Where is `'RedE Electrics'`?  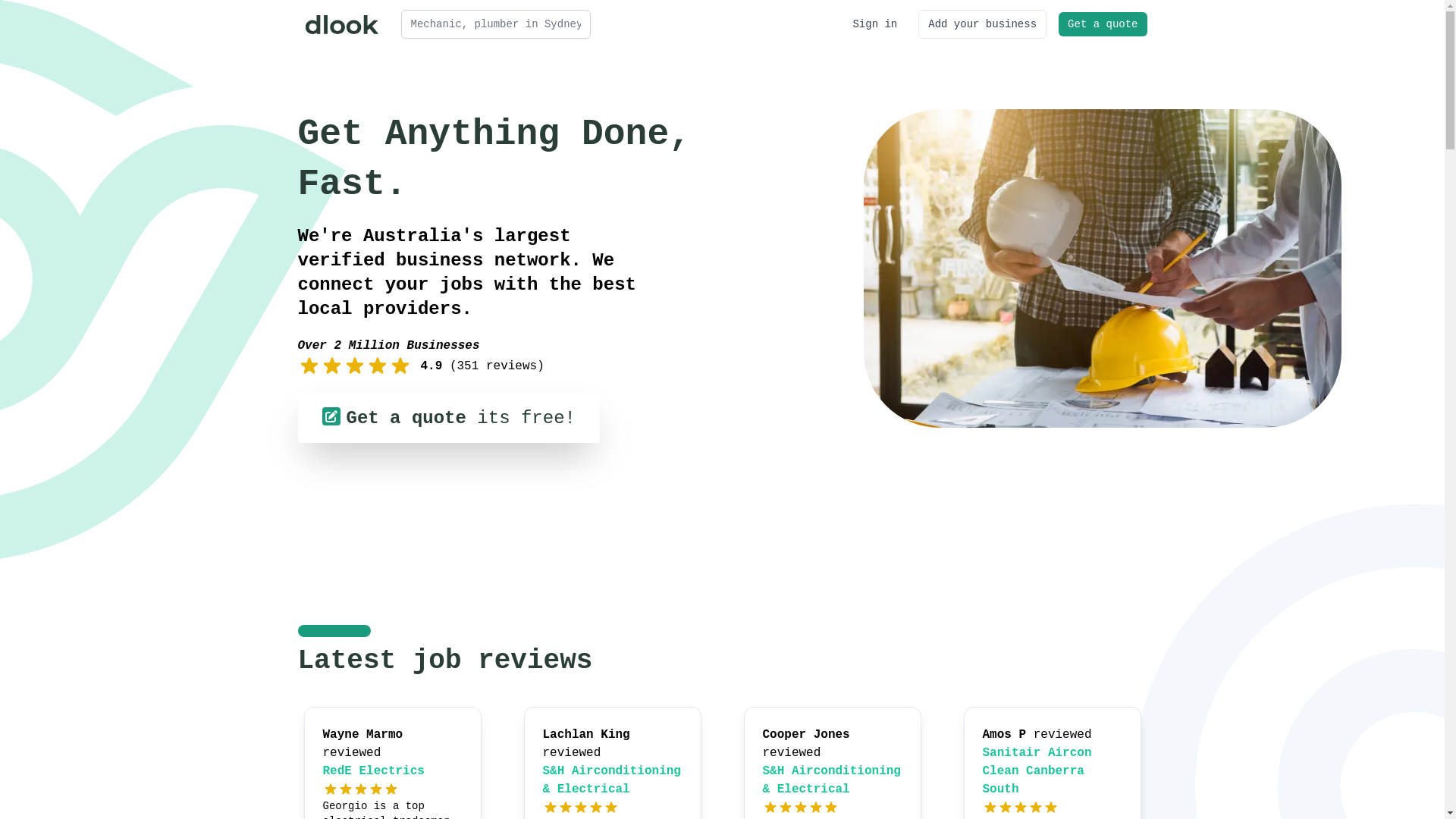 'RedE Electrics' is located at coordinates (374, 771).